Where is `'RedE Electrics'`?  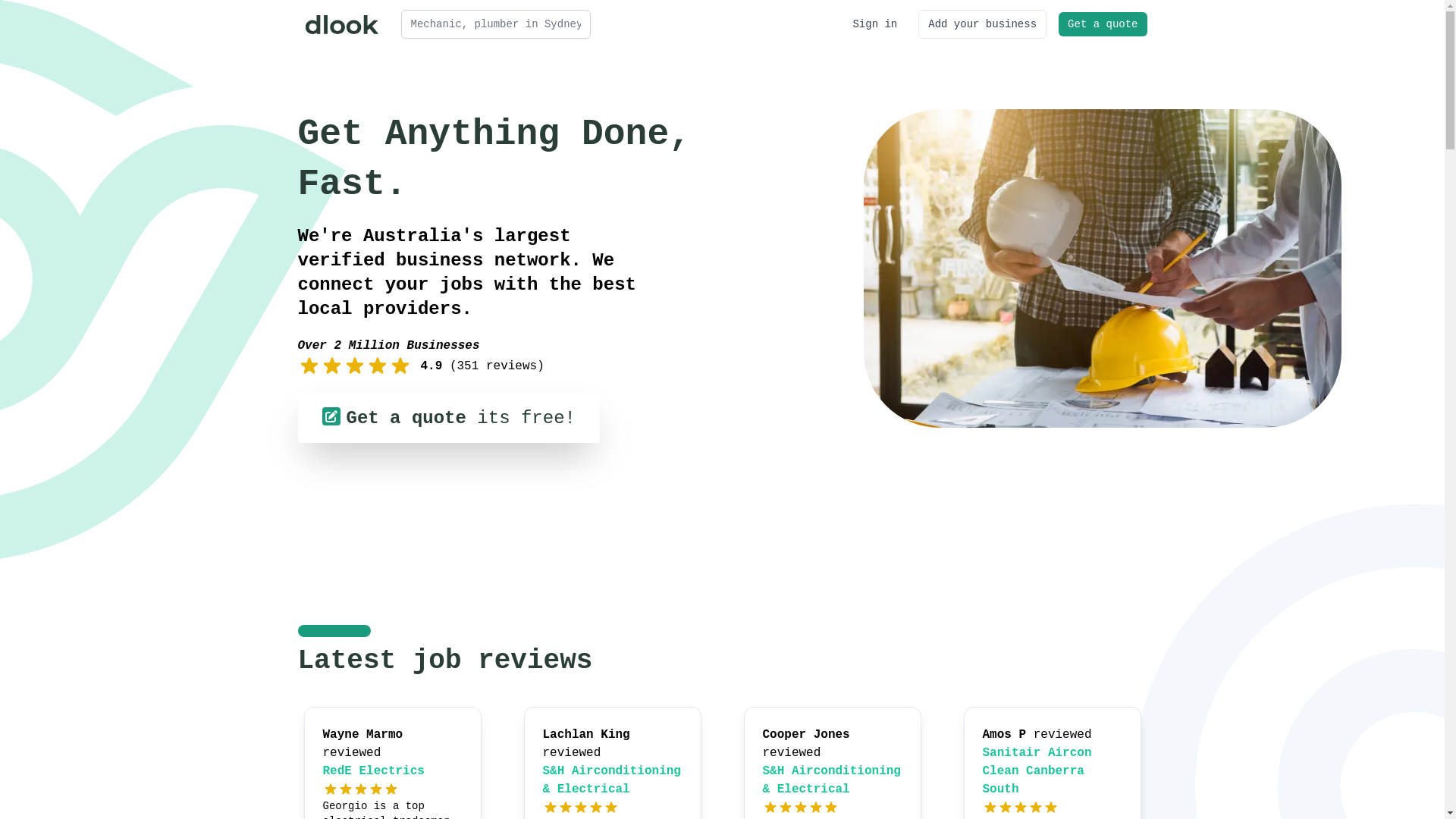 'RedE Electrics' is located at coordinates (374, 771).